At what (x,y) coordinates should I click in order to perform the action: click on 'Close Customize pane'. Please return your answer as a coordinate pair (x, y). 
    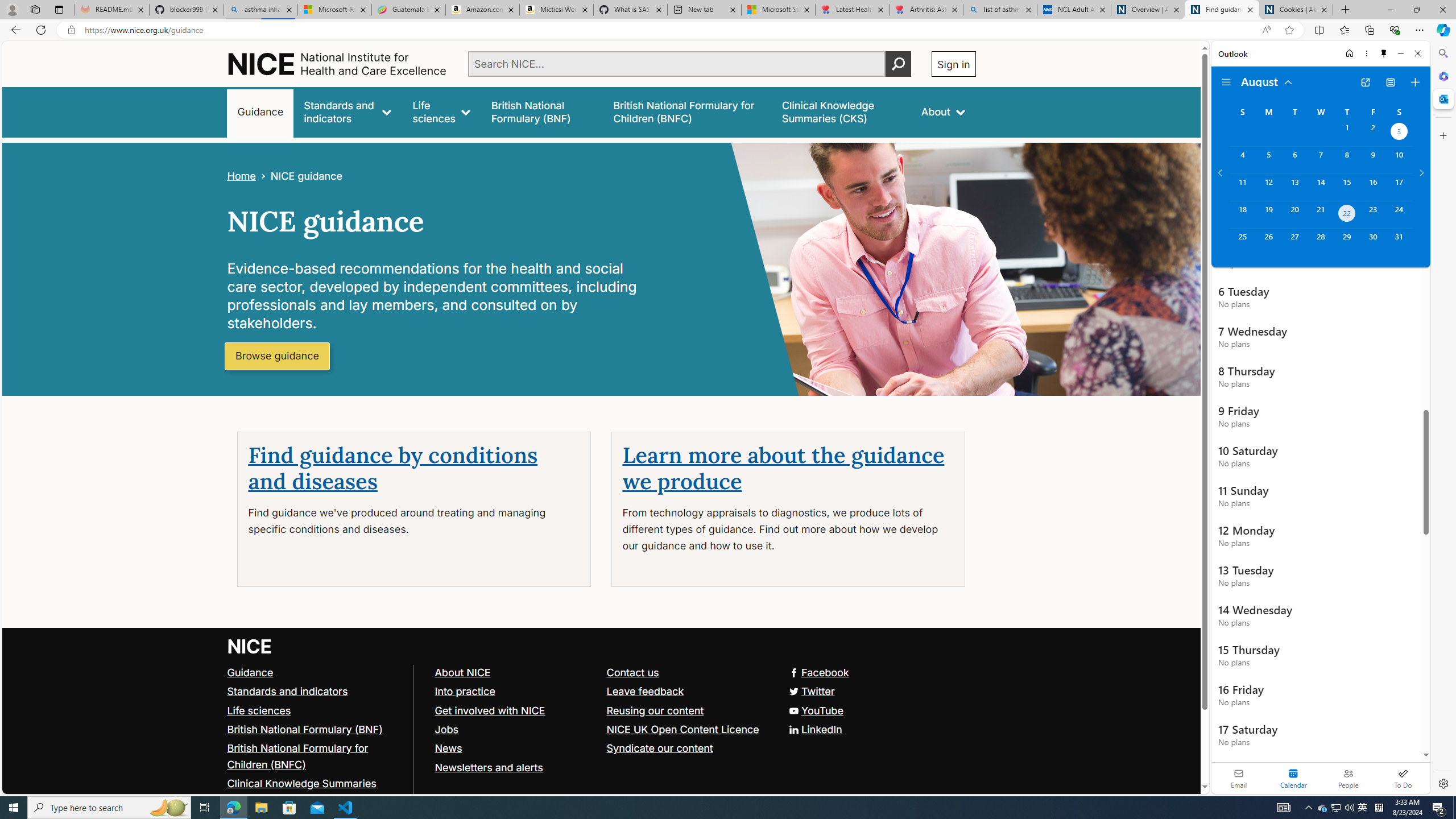
    Looking at the image, I should click on (1442, 135).